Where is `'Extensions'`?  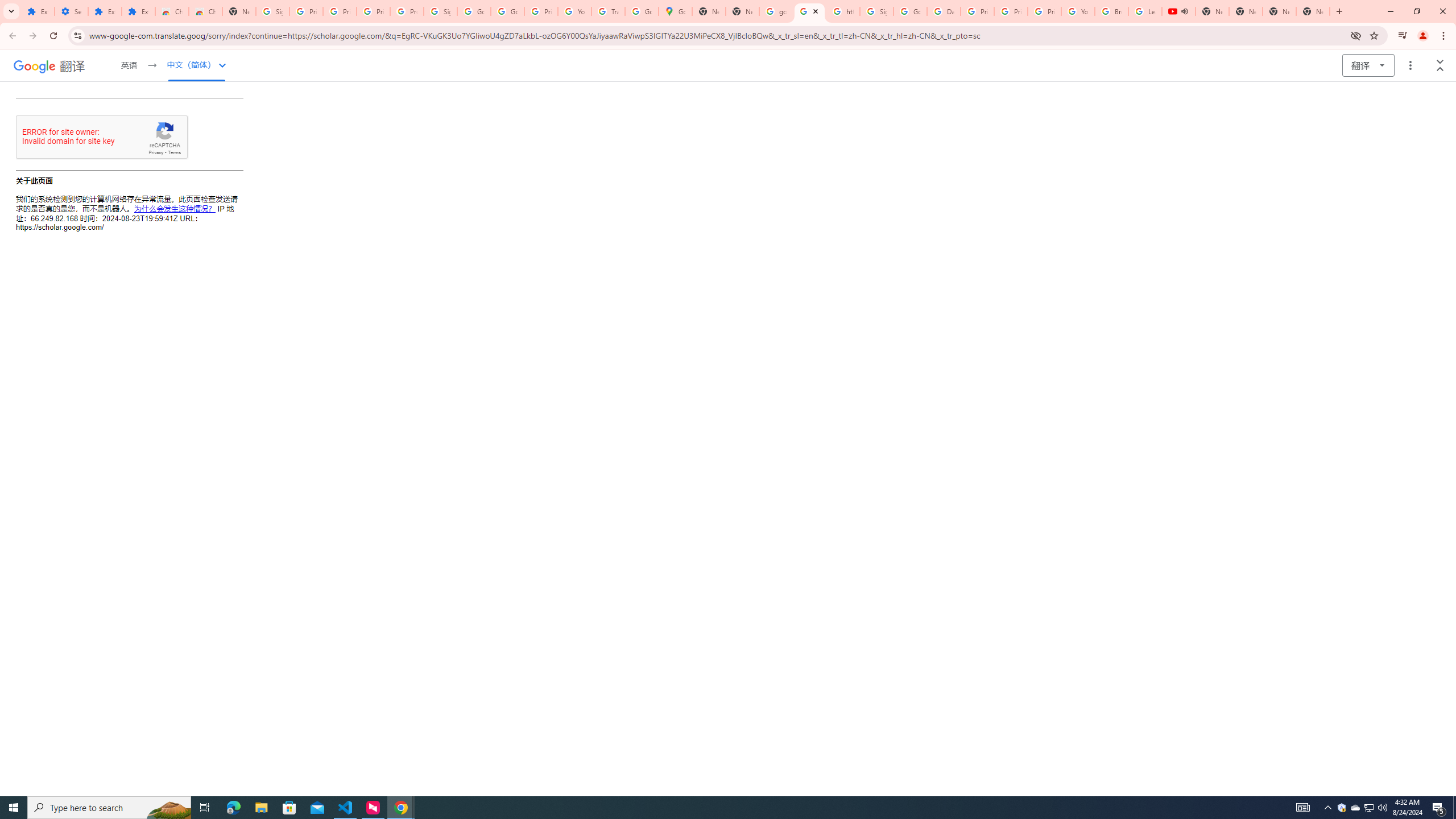 'Extensions' is located at coordinates (104, 11).